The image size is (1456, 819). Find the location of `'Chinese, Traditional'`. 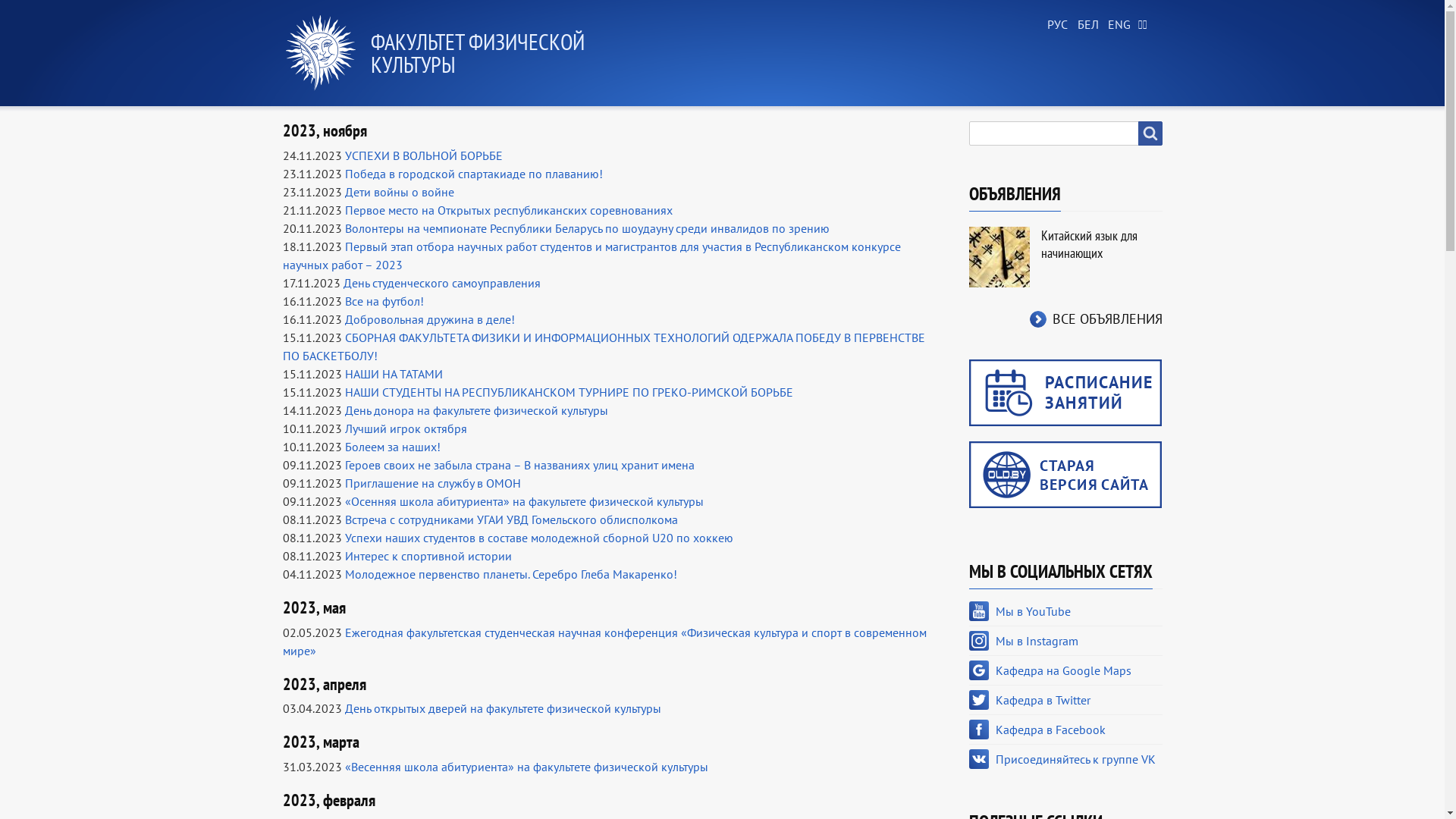

'Chinese, Traditional' is located at coordinates (1147, 25).